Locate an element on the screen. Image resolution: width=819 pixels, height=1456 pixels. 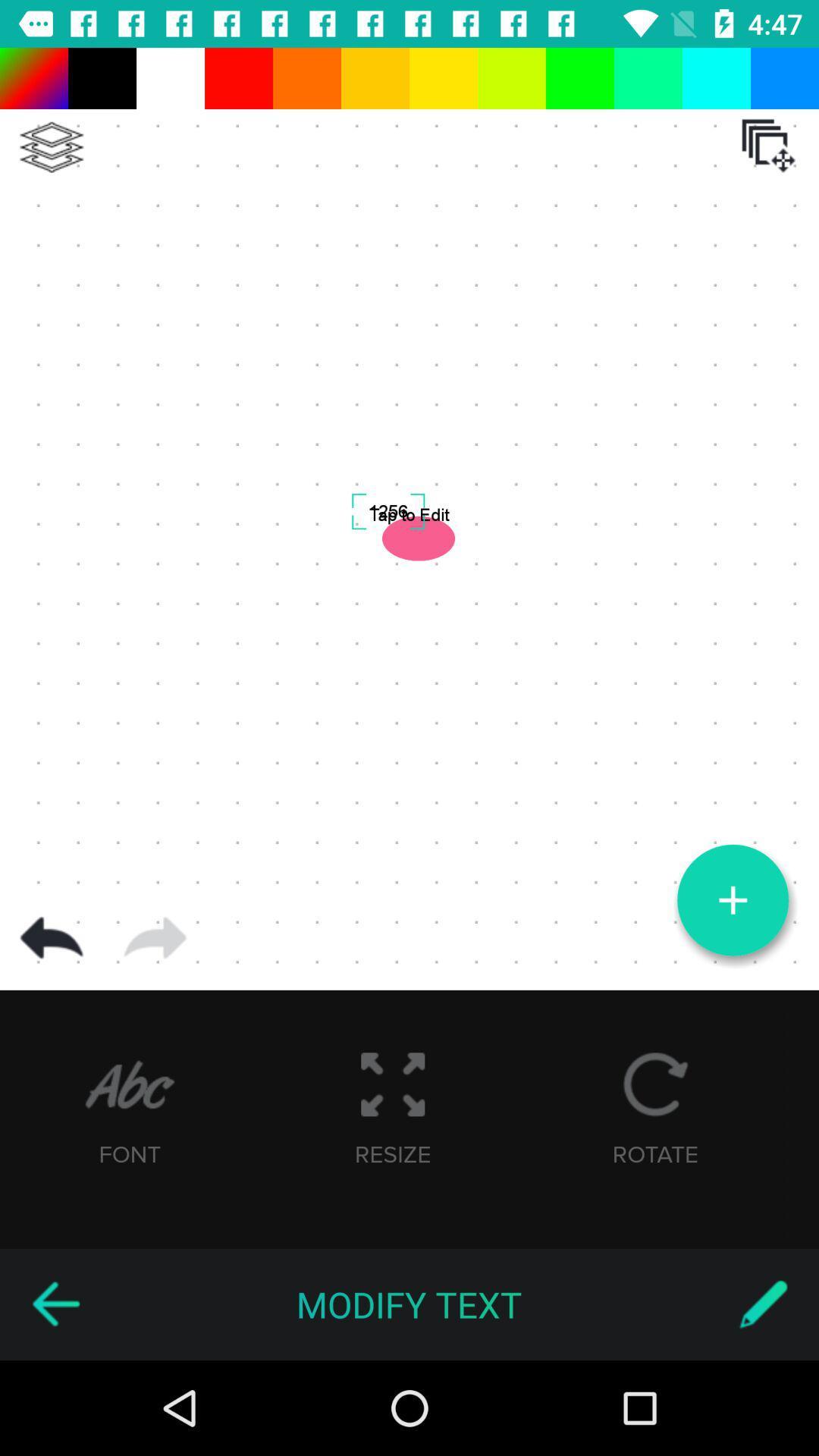
edit option is located at coordinates (763, 1304).